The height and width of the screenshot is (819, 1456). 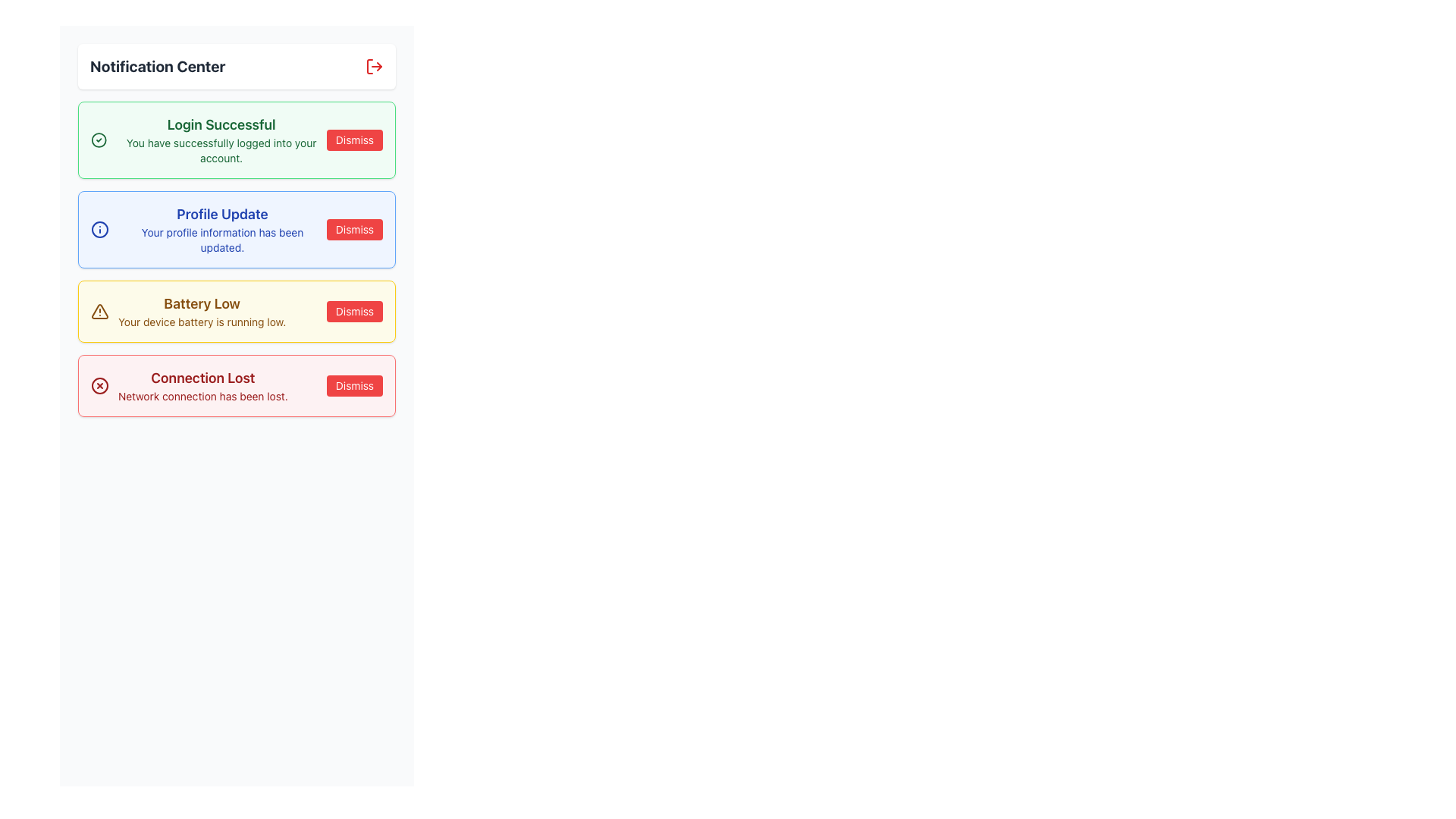 I want to click on the informational text label indicating that the user's profile information has been updated, located within the 'Profile Update' notification box, so click(x=221, y=239).